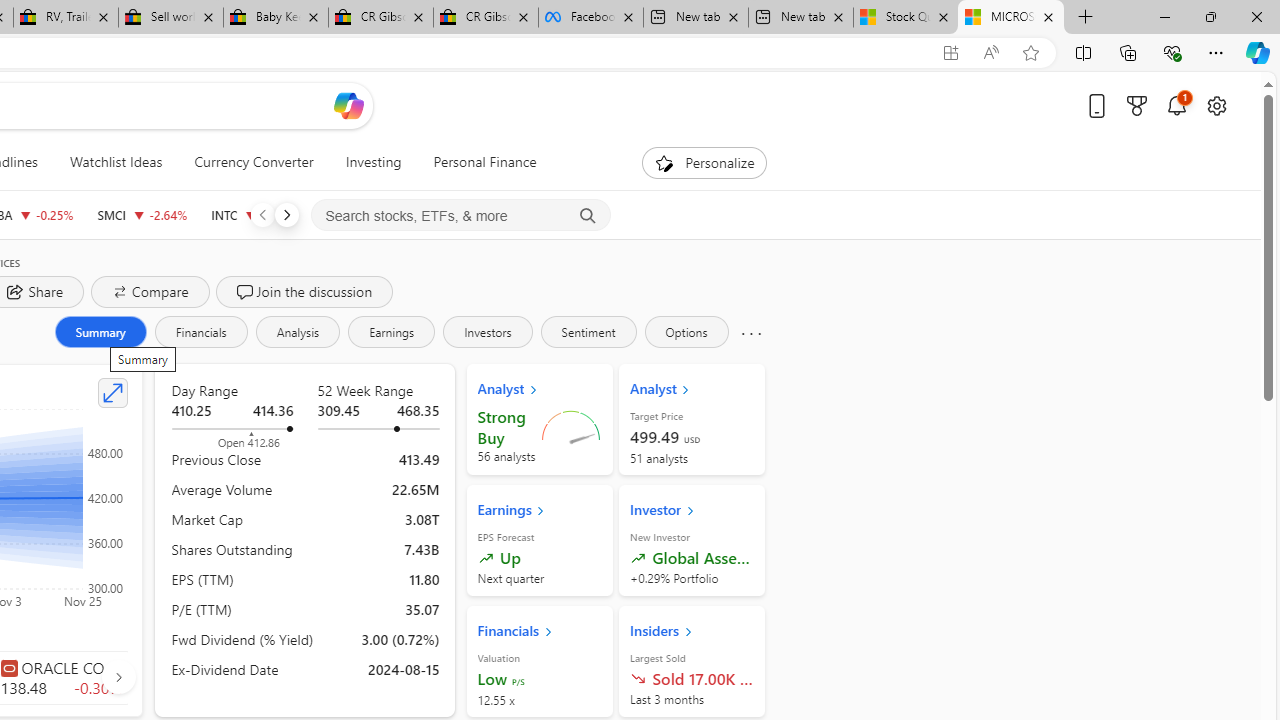 Image resolution: width=1280 pixels, height=720 pixels. Describe the element at coordinates (800, 17) in the screenshot. I see `'New tab'` at that location.